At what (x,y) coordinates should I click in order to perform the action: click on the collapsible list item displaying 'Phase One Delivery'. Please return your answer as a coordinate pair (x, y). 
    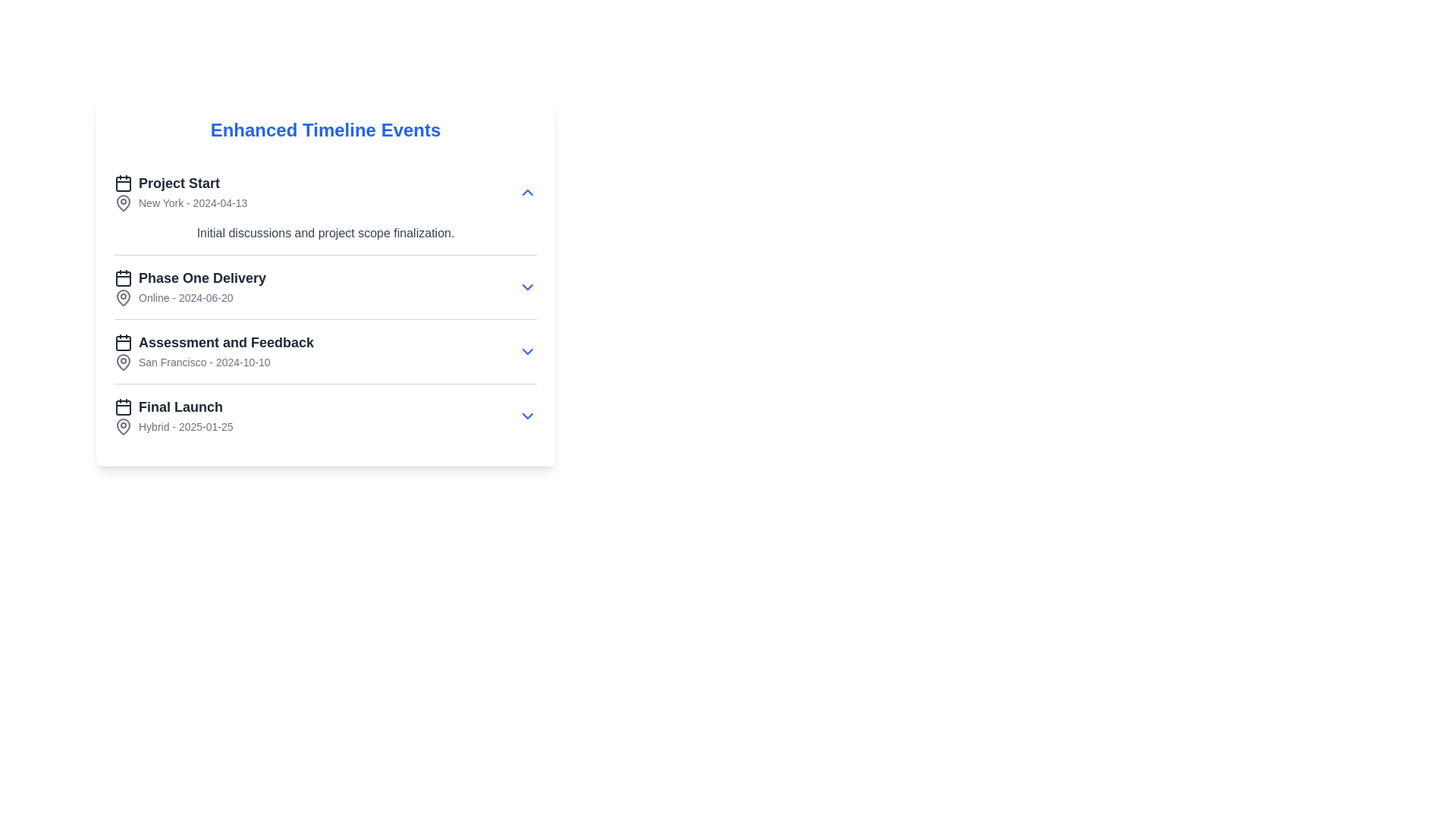
    Looking at the image, I should click on (325, 287).